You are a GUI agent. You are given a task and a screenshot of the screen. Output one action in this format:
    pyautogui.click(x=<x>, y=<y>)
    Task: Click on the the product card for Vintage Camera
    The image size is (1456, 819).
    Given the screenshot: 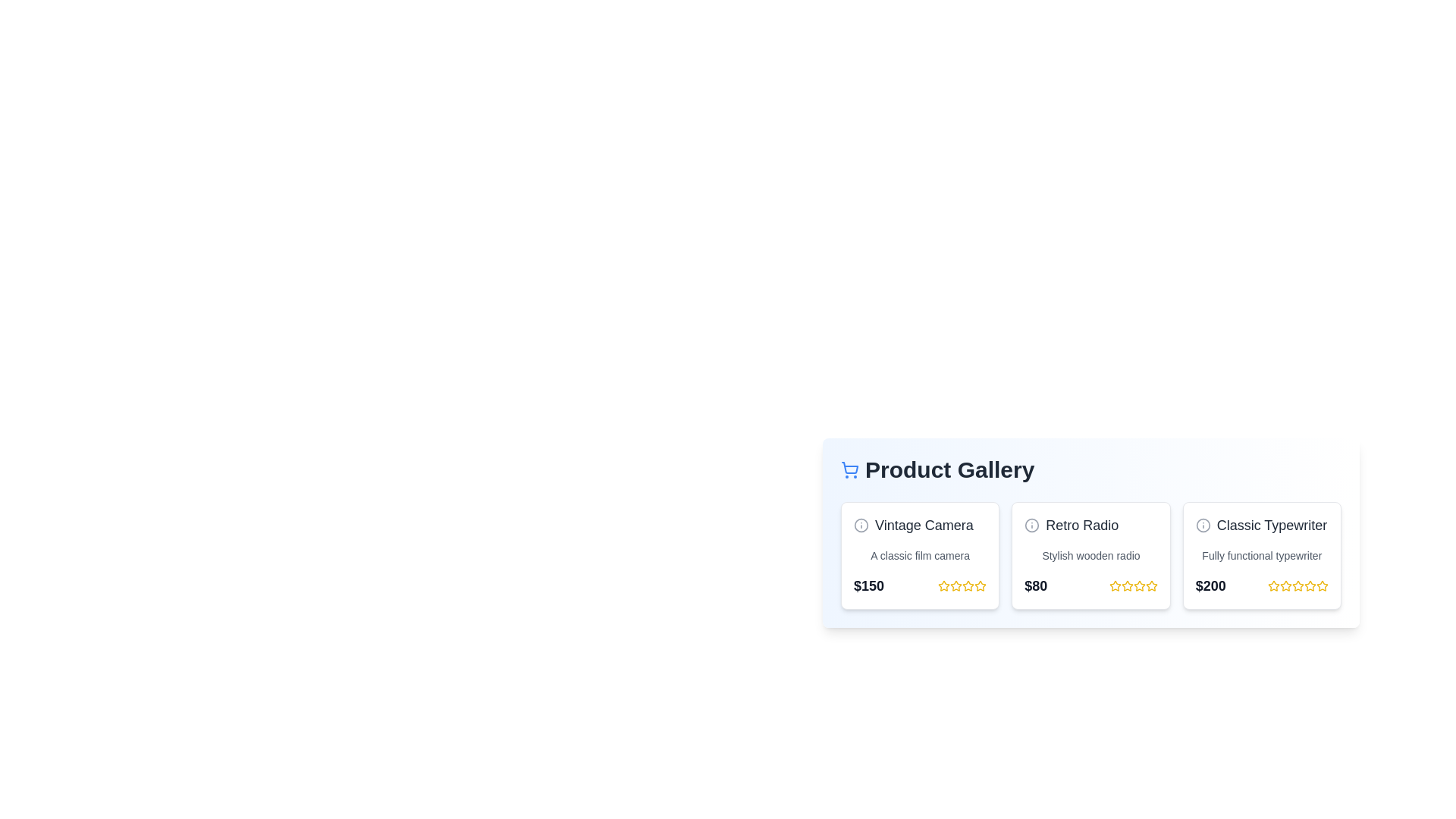 What is the action you would take?
    pyautogui.click(x=919, y=555)
    